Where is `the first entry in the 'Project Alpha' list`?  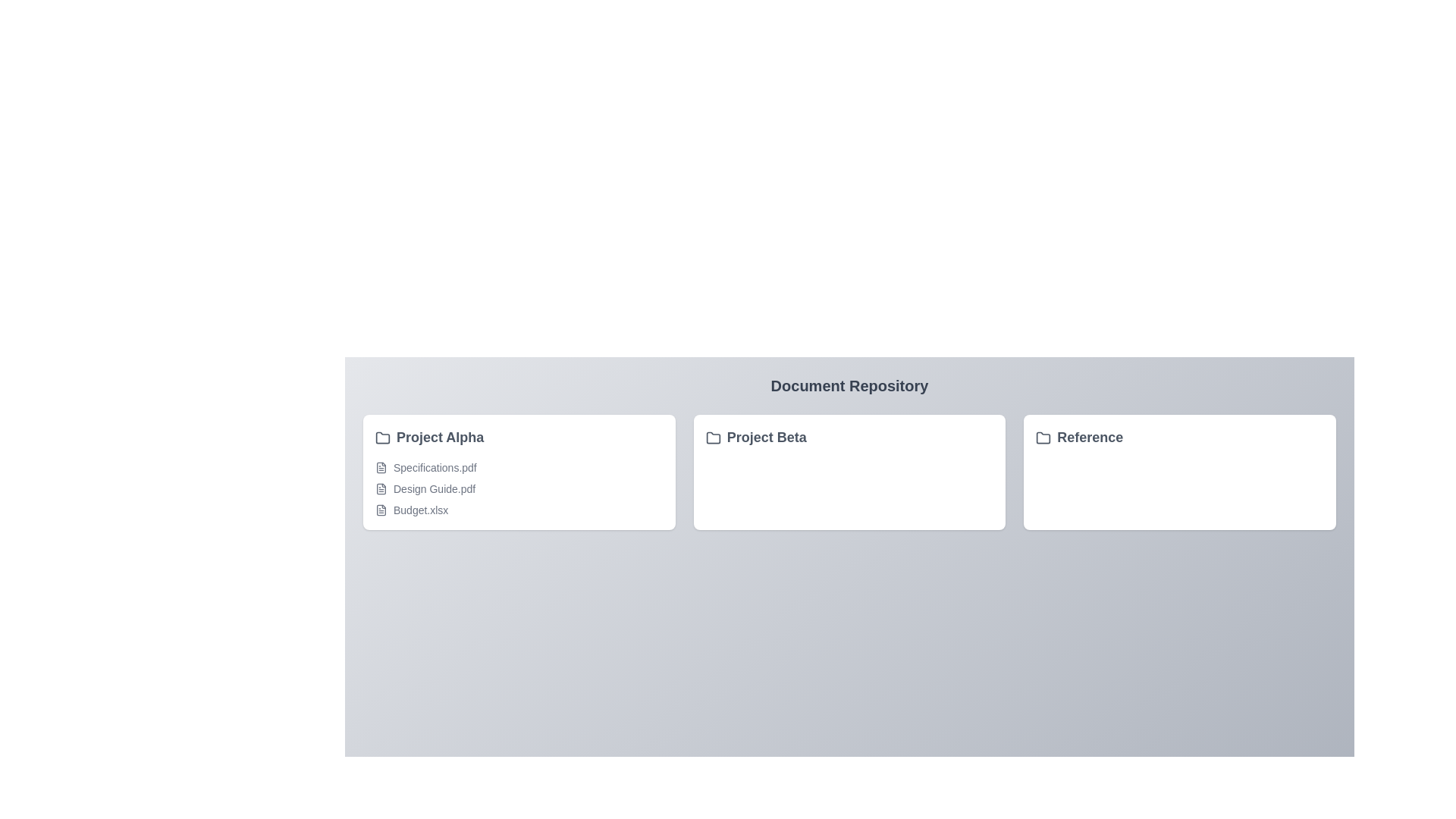 the first entry in the 'Project Alpha' list is located at coordinates (519, 467).